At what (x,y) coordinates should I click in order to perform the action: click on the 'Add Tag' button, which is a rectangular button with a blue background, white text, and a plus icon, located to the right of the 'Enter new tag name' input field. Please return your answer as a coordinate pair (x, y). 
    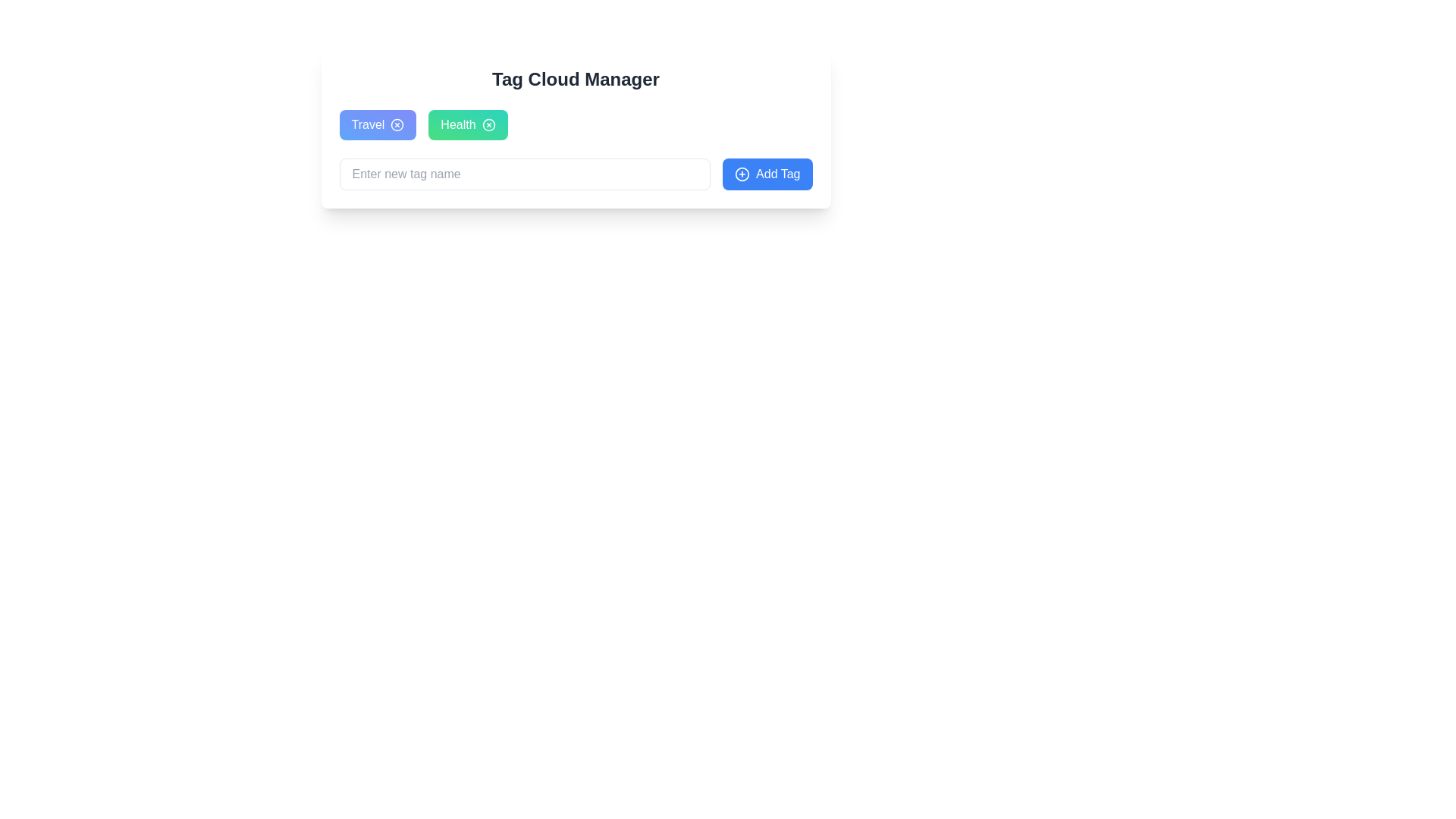
    Looking at the image, I should click on (767, 174).